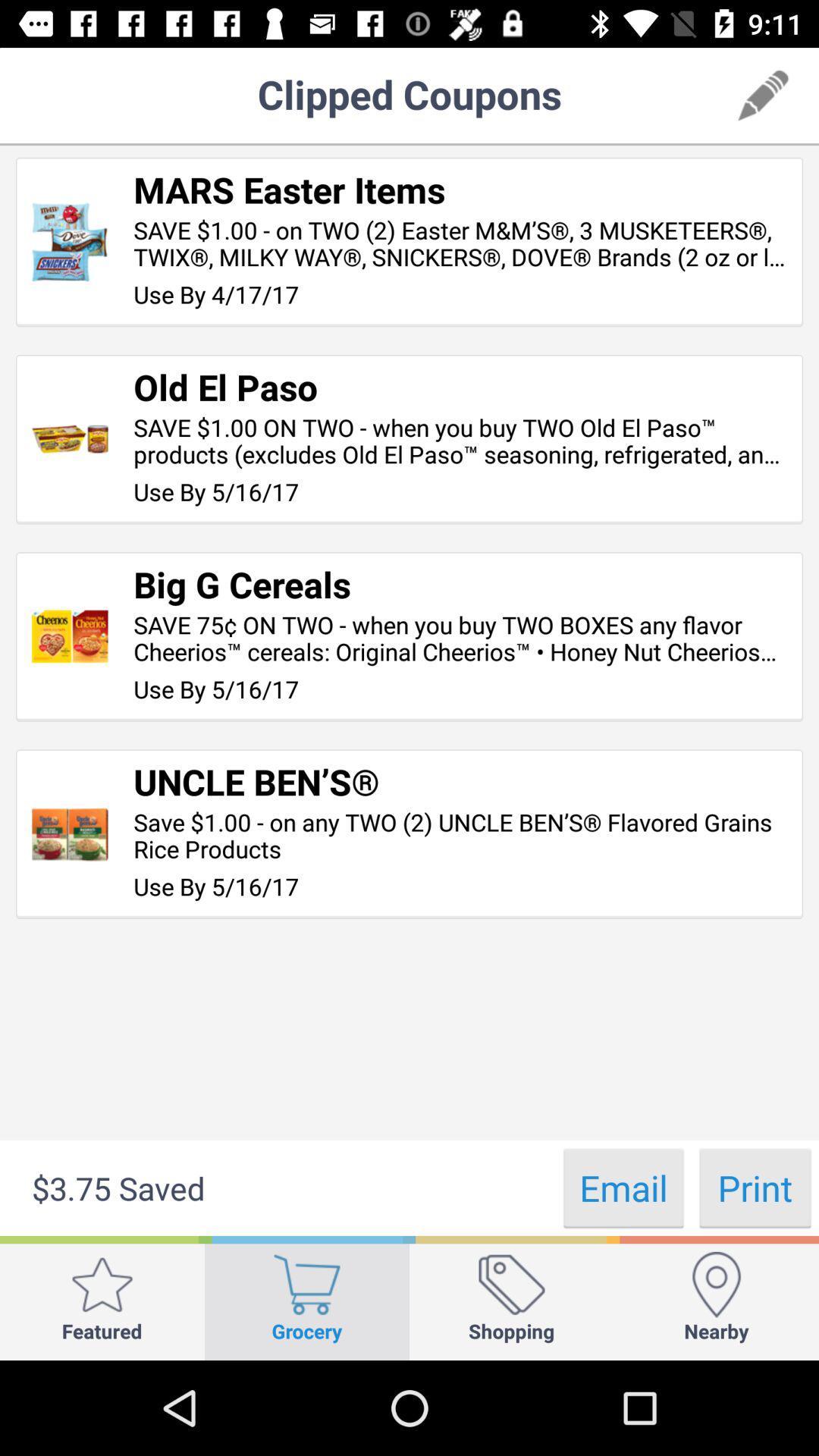 The height and width of the screenshot is (1456, 819). Describe the element at coordinates (623, 1187) in the screenshot. I see `the email button` at that location.